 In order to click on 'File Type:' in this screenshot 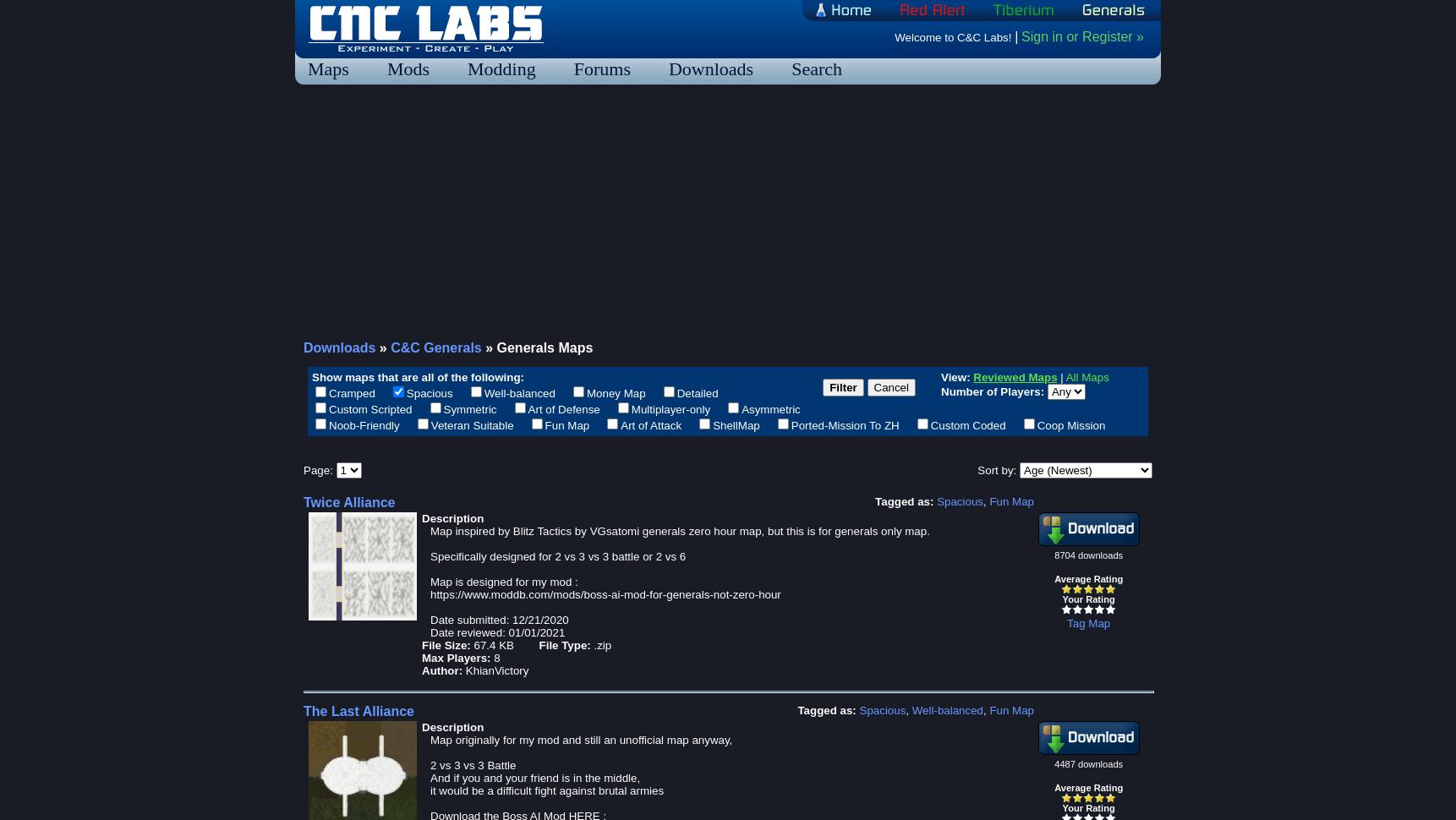, I will do `click(538, 644)`.